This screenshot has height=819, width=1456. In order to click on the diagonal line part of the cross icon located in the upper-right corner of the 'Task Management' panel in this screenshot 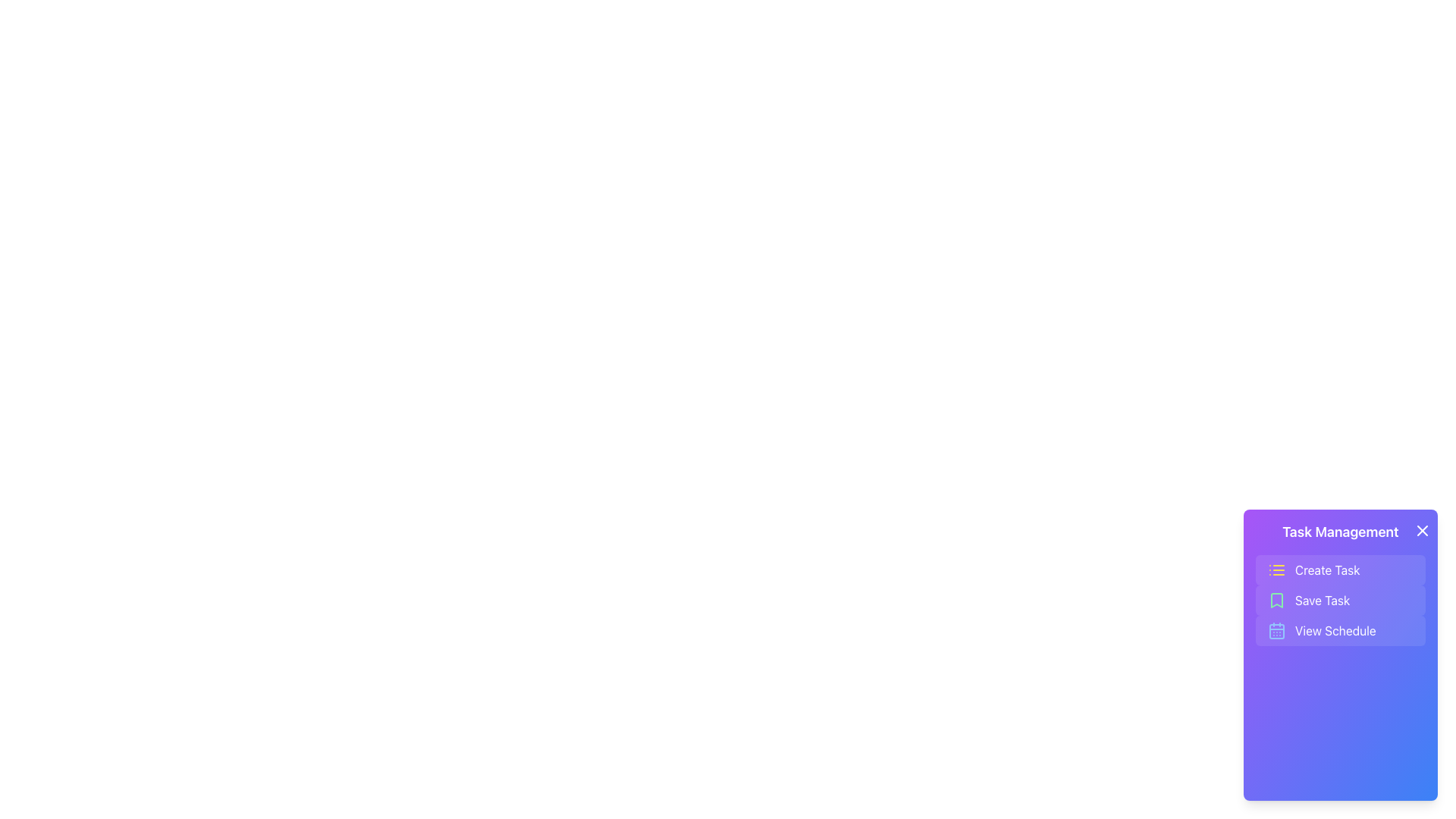, I will do `click(1422, 529)`.